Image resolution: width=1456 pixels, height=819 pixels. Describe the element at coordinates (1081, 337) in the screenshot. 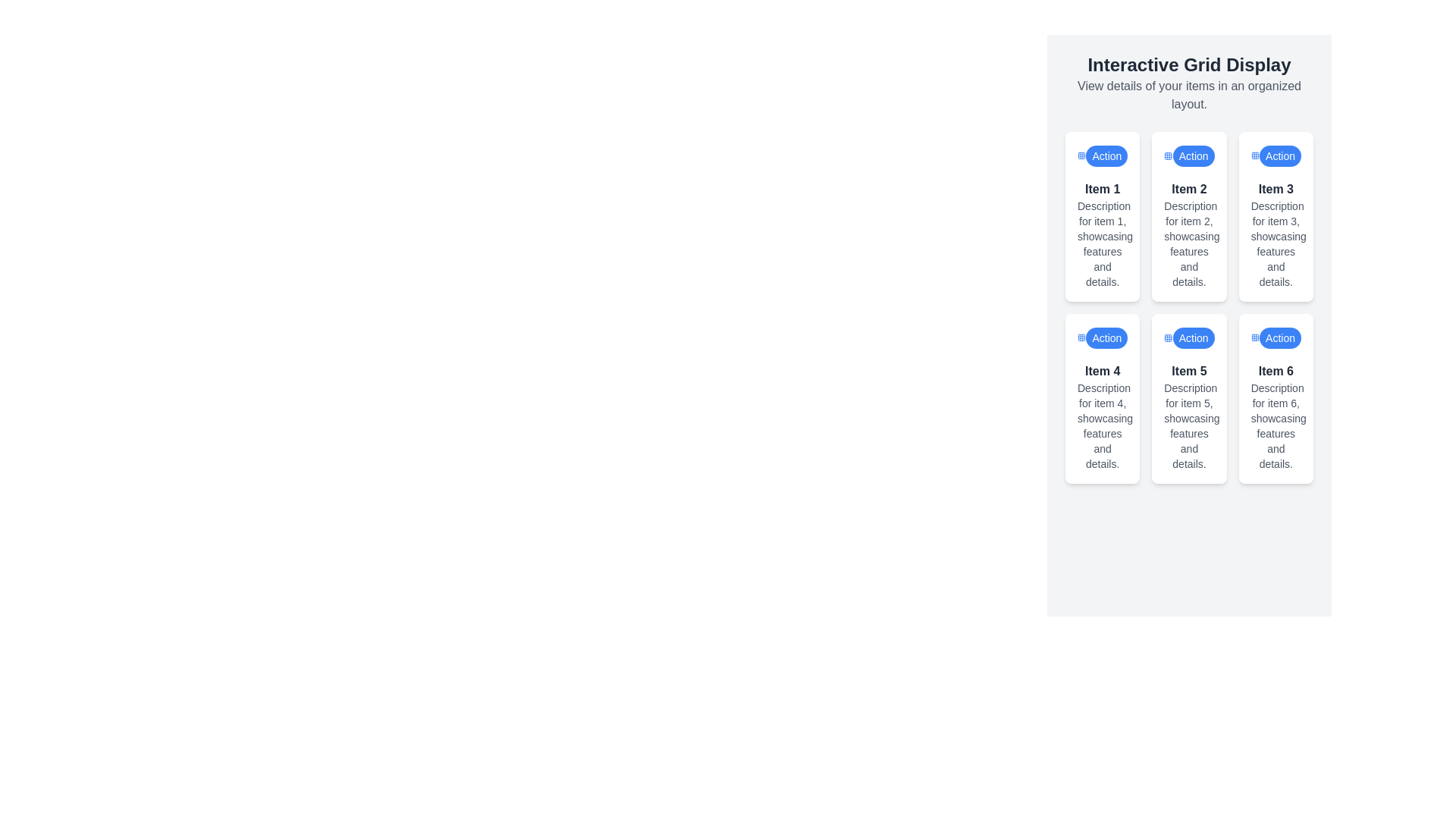

I see `3x3 grid layout icon with blue color located to the left of the 'Action' button in the fourth item of the card labeled 'Item 4' under 'Interactive Grid Display'` at that location.